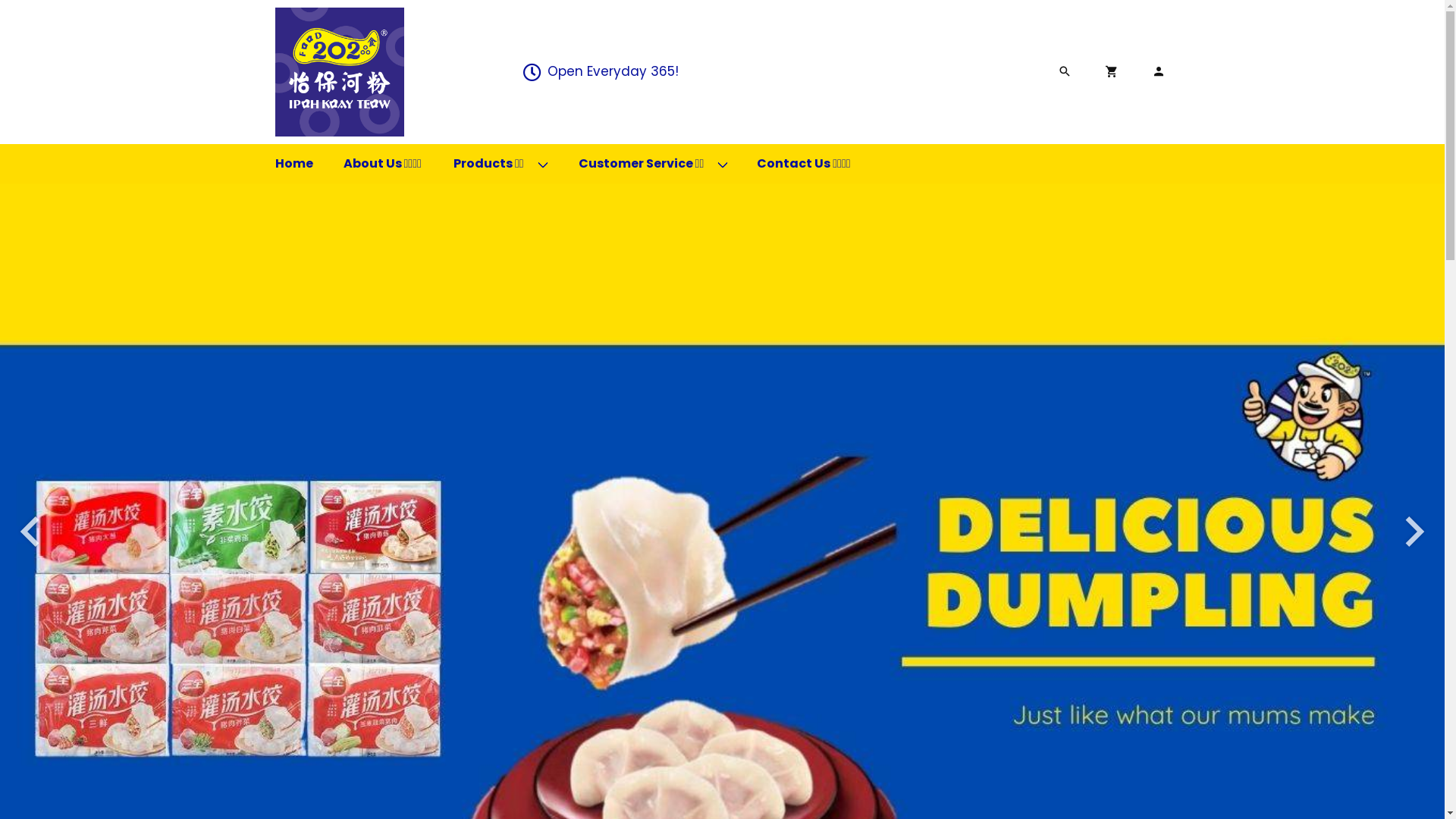 The height and width of the screenshot is (819, 1456). What do you see at coordinates (30, 531) in the screenshot?
I see `'Previous'` at bounding box center [30, 531].